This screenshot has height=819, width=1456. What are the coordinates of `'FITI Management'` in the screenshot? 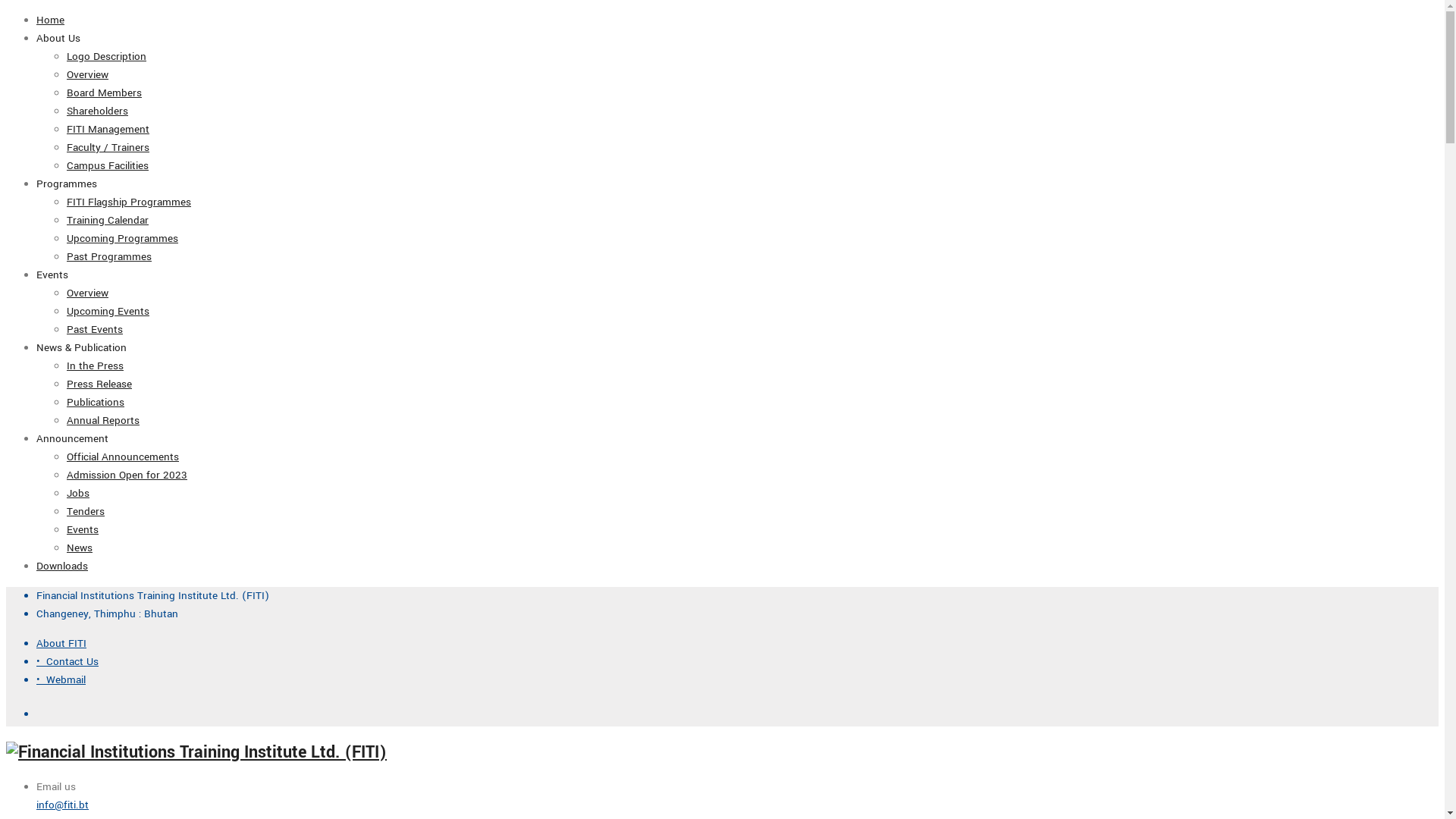 It's located at (107, 128).